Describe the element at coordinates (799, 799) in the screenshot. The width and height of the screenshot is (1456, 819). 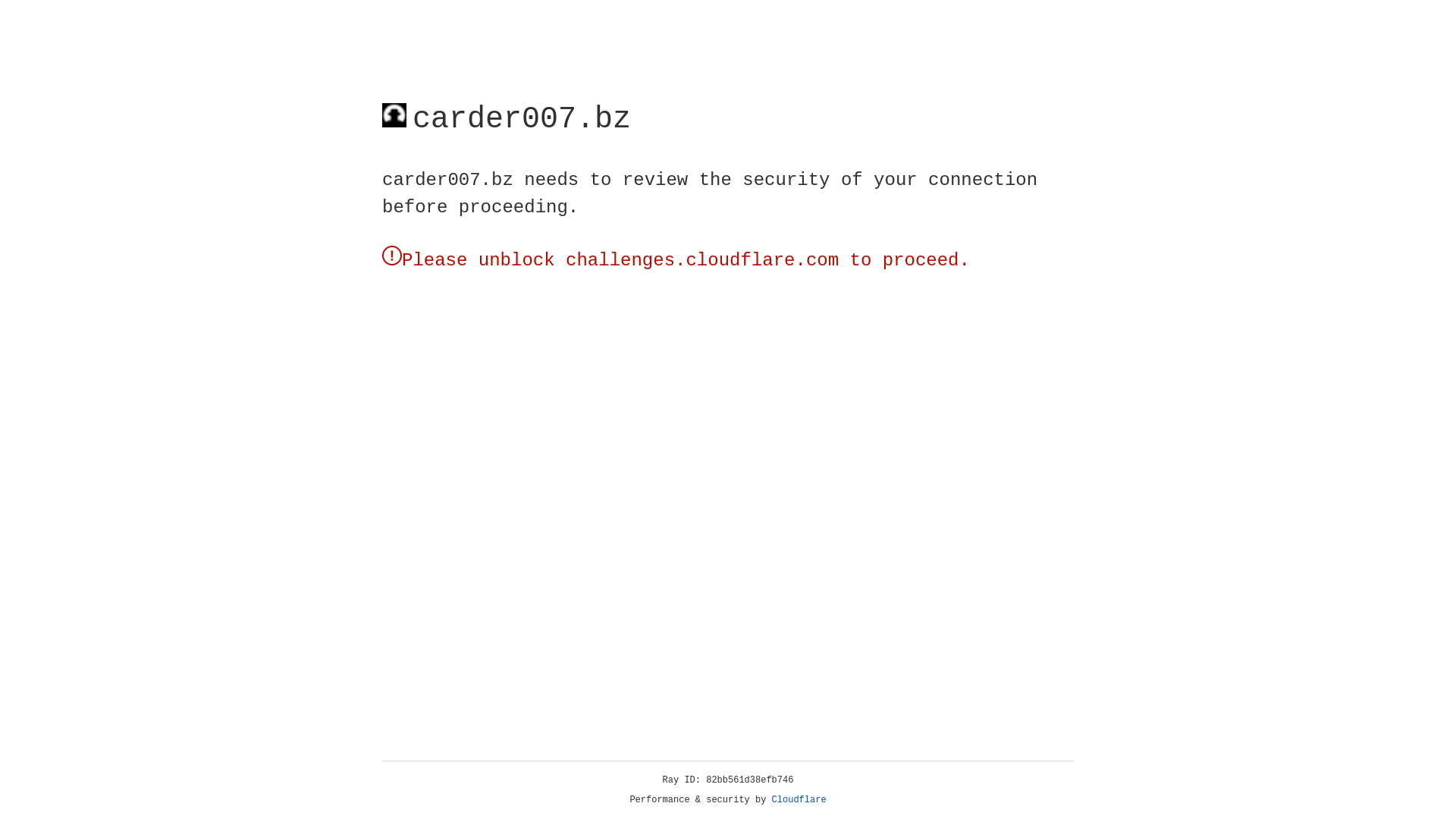
I see `'Cloudflare'` at that location.